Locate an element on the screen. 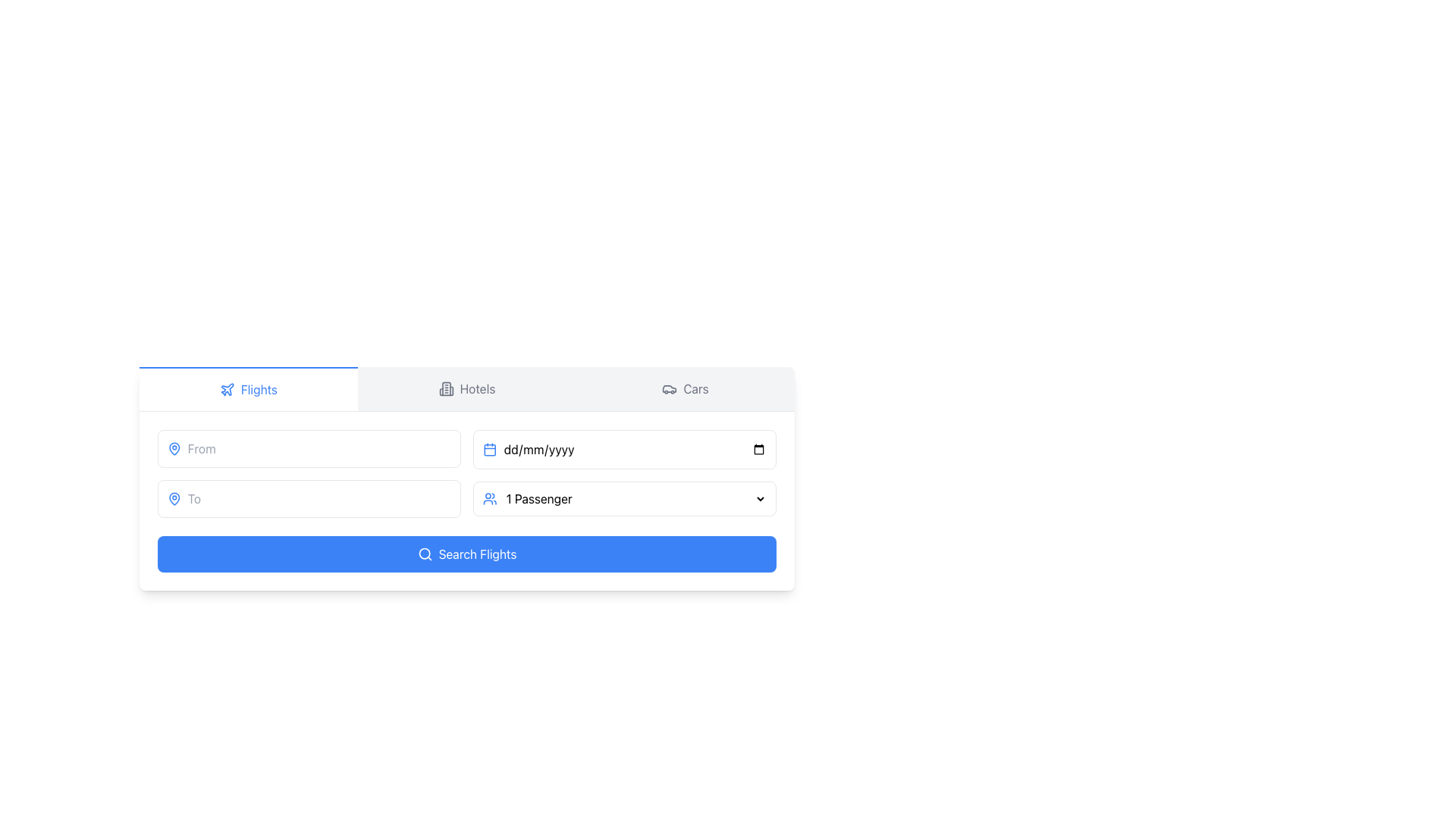  the location icon located above the 'To' label, which indicates the association with the geographical location entry input box is located at coordinates (174, 447).